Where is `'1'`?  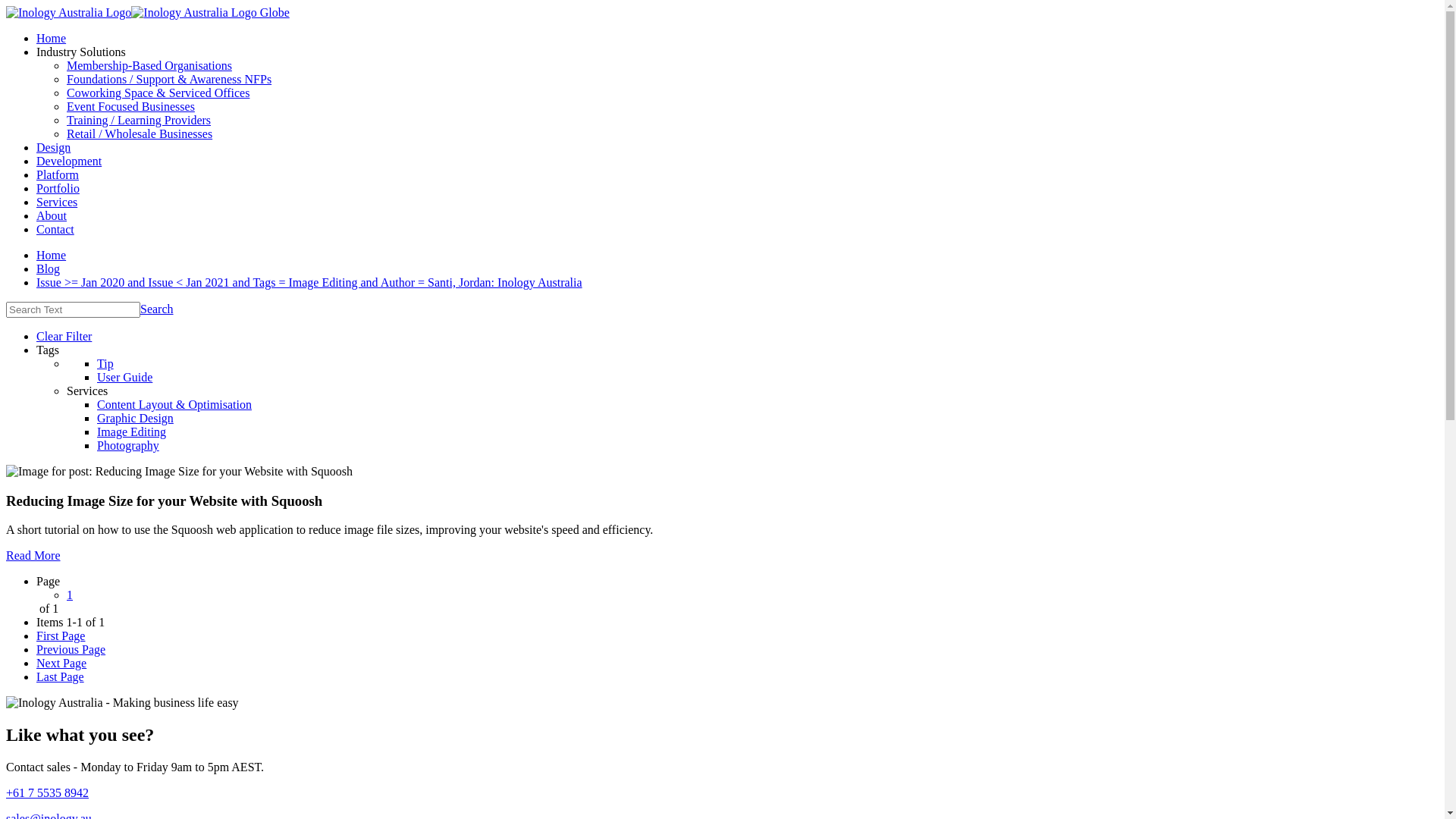
'1' is located at coordinates (68, 594).